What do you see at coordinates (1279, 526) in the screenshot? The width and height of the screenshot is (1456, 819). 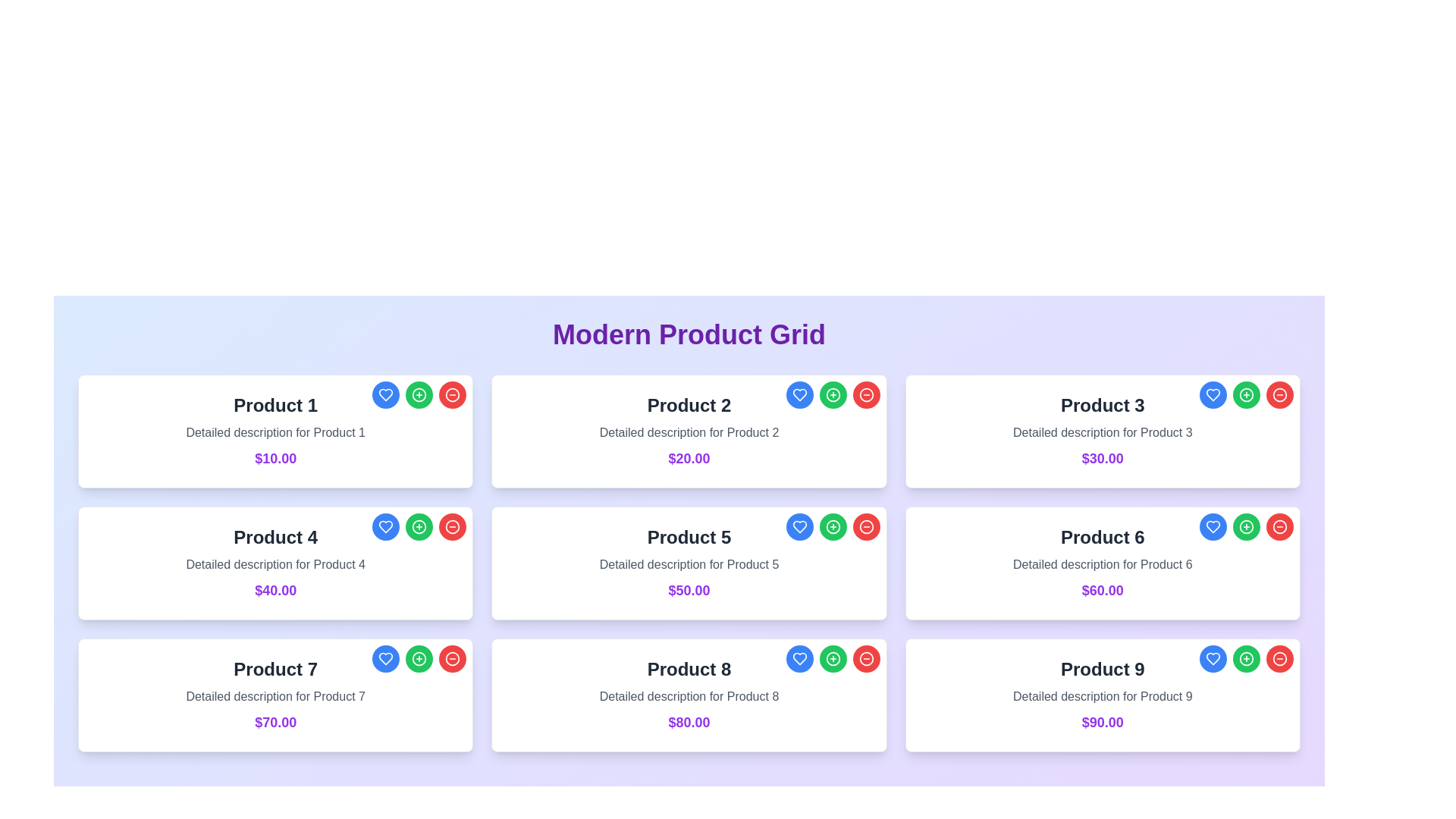 I see `the circular red button with a white minus sign, which is the third icon in the action icons list for 'Product 3' in the product grid layout` at bounding box center [1279, 526].